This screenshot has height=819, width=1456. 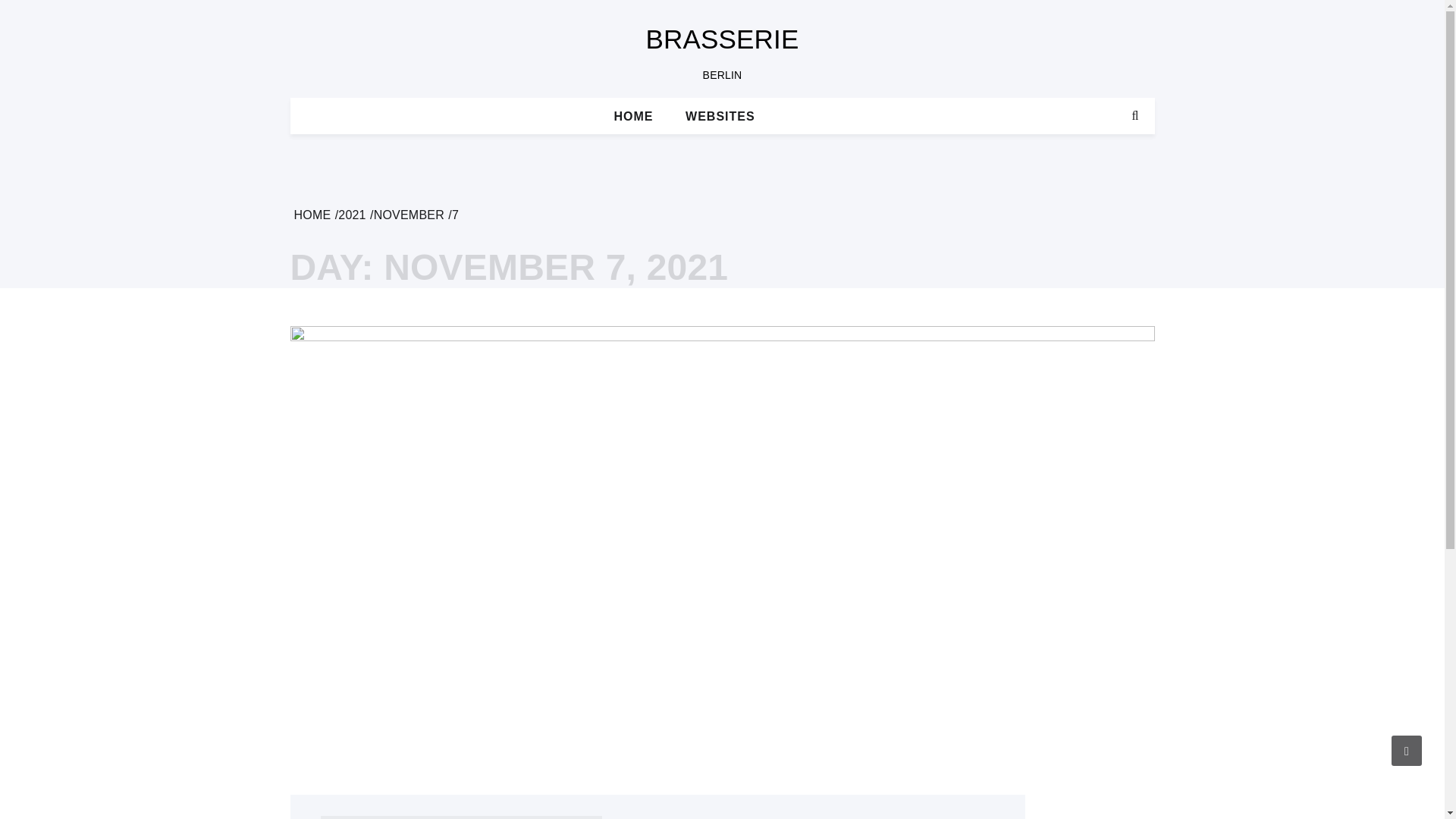 What do you see at coordinates (720, 38) in the screenshot?
I see `'BRASSERIE'` at bounding box center [720, 38].